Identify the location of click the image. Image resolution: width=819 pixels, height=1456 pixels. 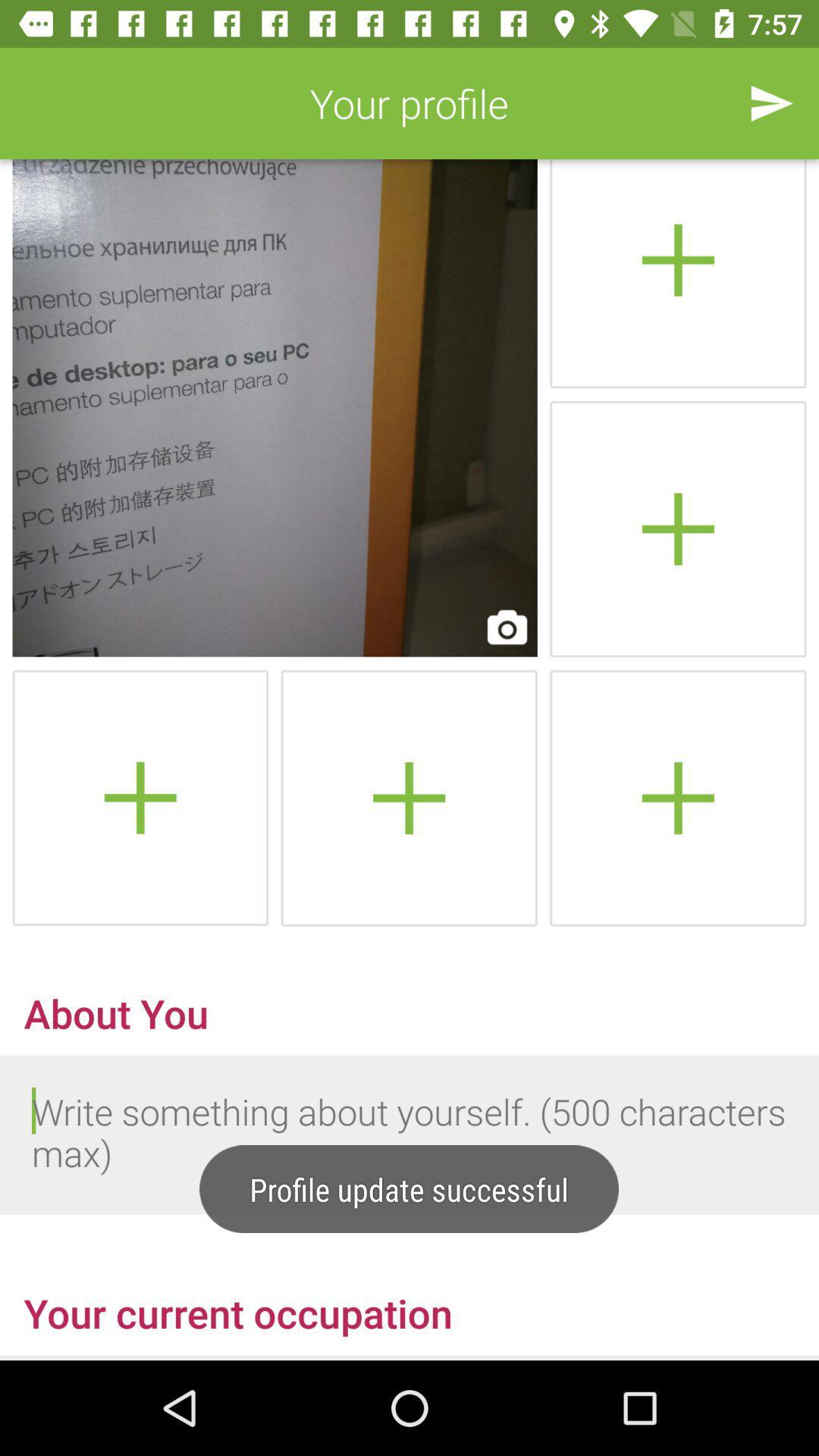
(275, 408).